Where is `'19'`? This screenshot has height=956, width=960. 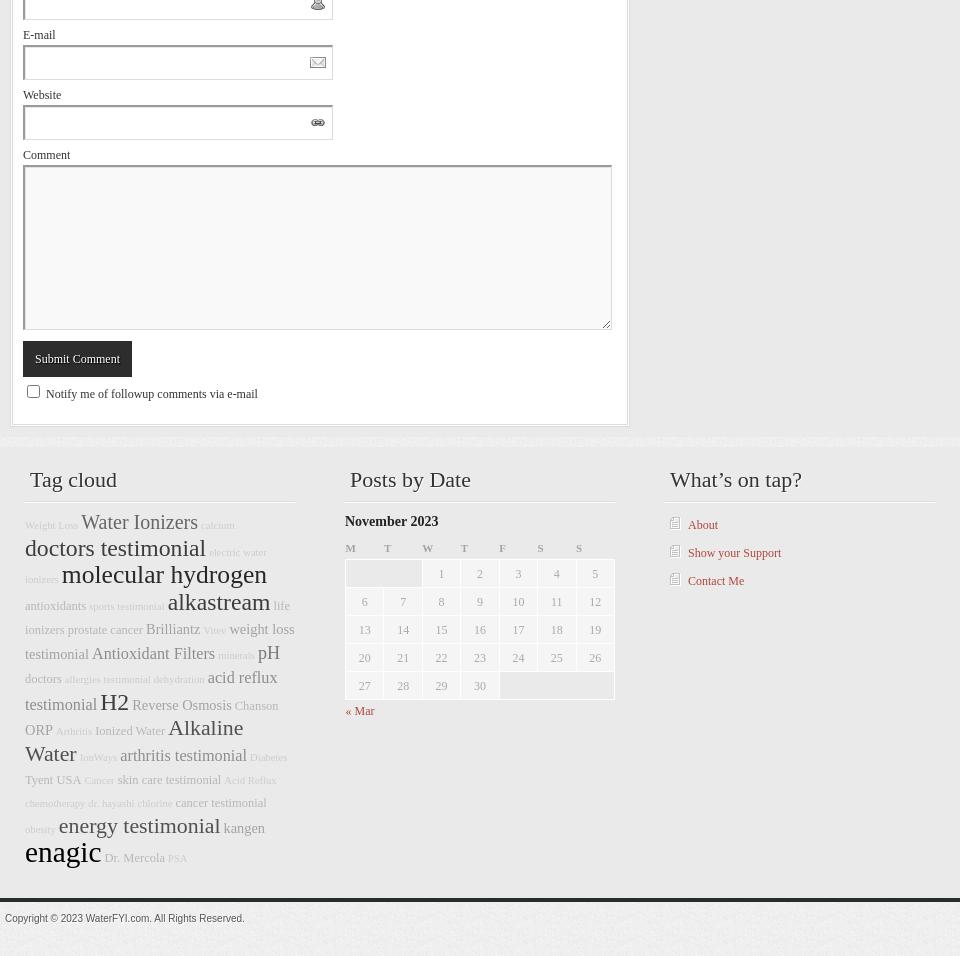
'19' is located at coordinates (588, 630).